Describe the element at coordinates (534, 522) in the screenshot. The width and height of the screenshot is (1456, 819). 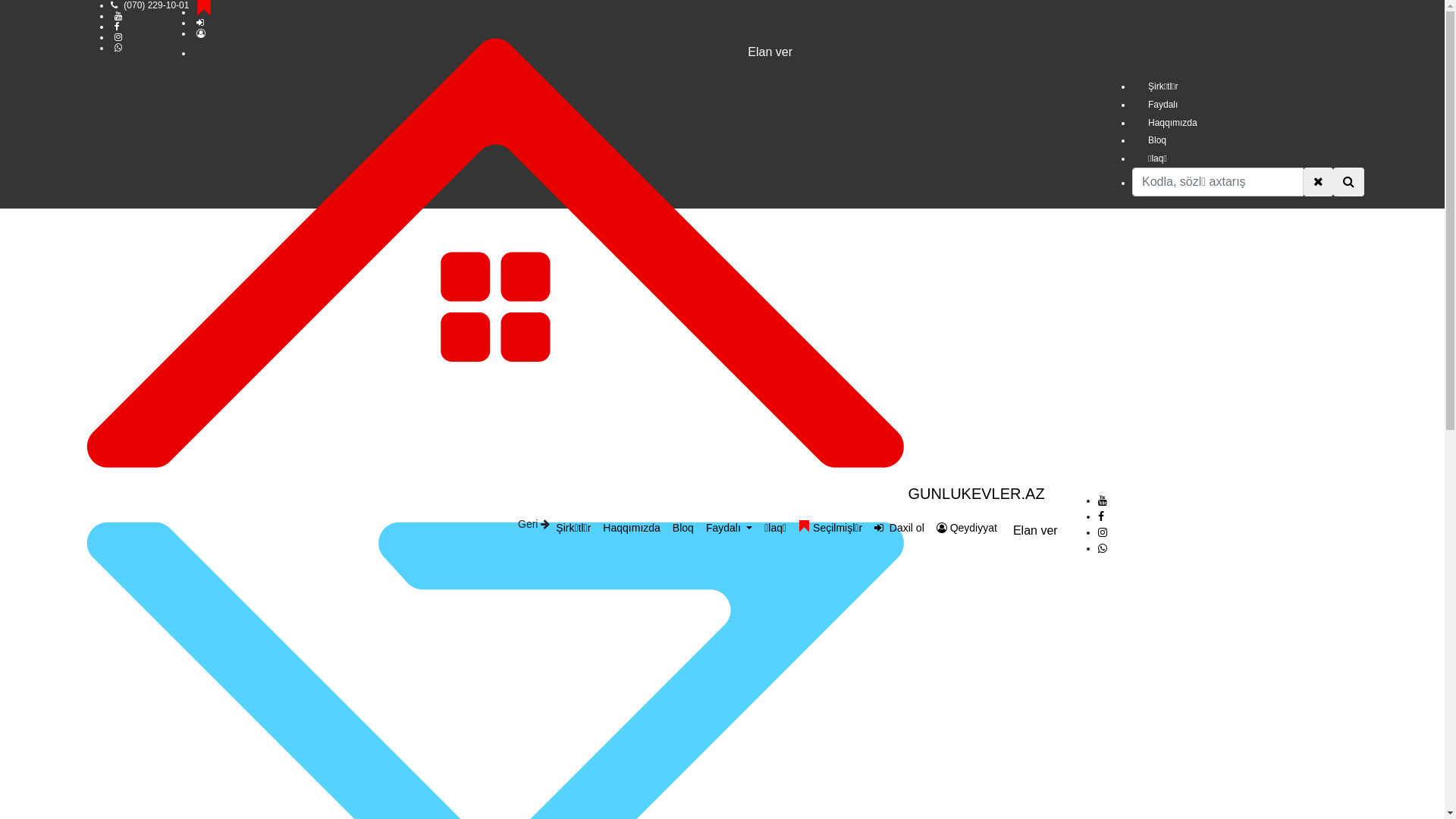
I see `'Geri'` at that location.